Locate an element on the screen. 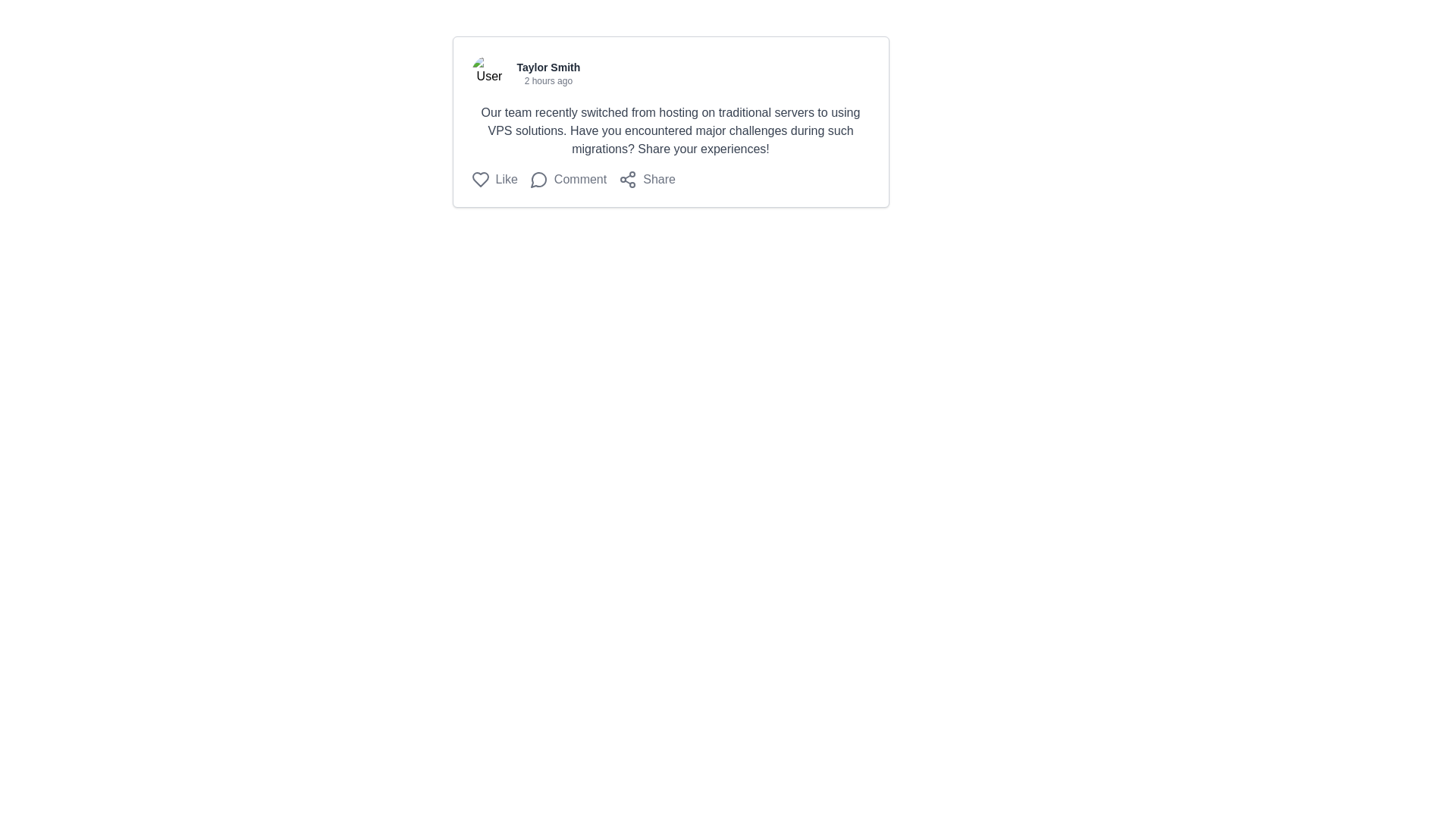 The image size is (1456, 819). the 'Like' button, which features a heart icon and the text 'Like', located at the bottom-left of the card is located at coordinates (494, 178).